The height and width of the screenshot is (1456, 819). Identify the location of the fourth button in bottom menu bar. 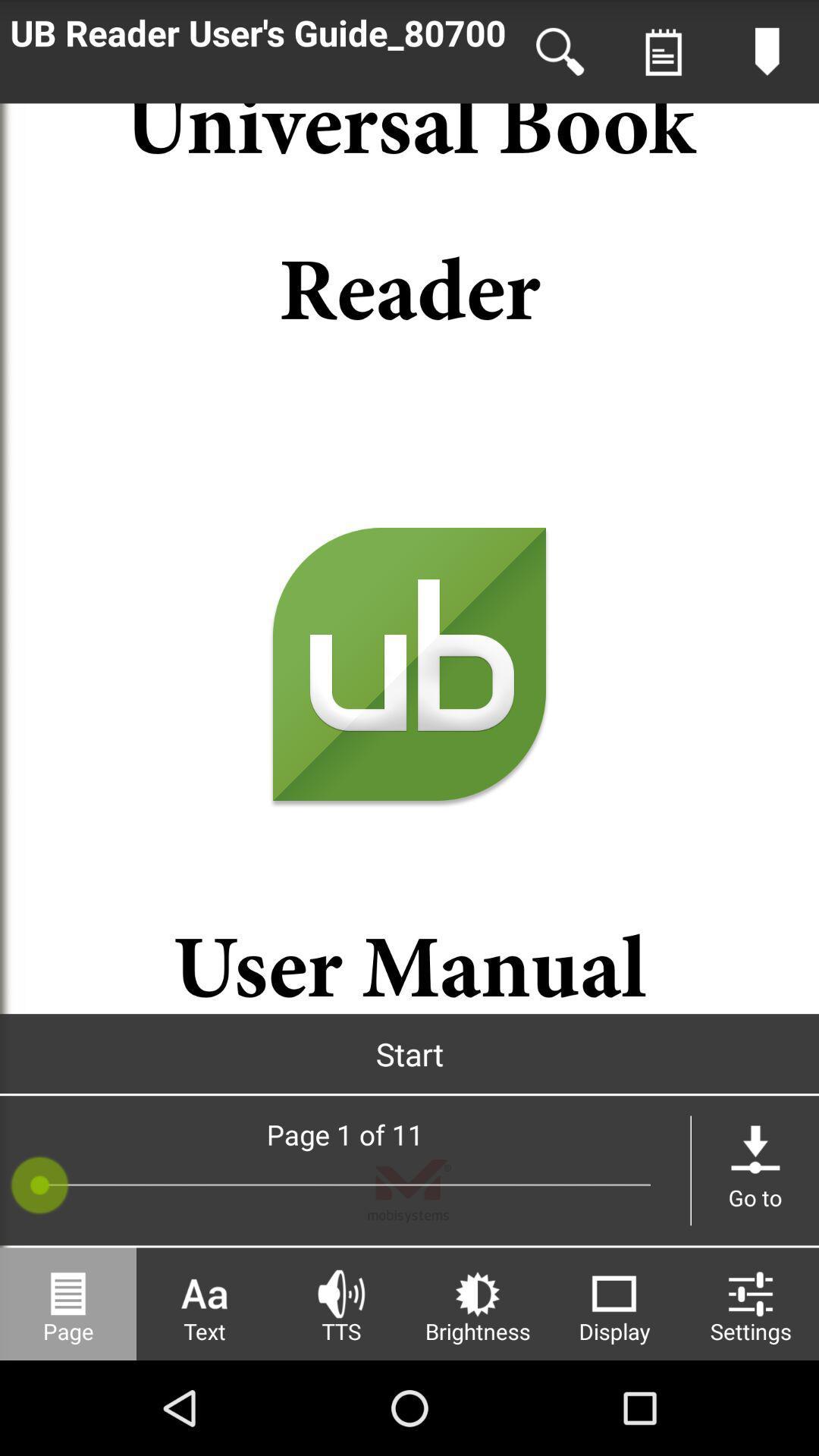
(476, 1303).